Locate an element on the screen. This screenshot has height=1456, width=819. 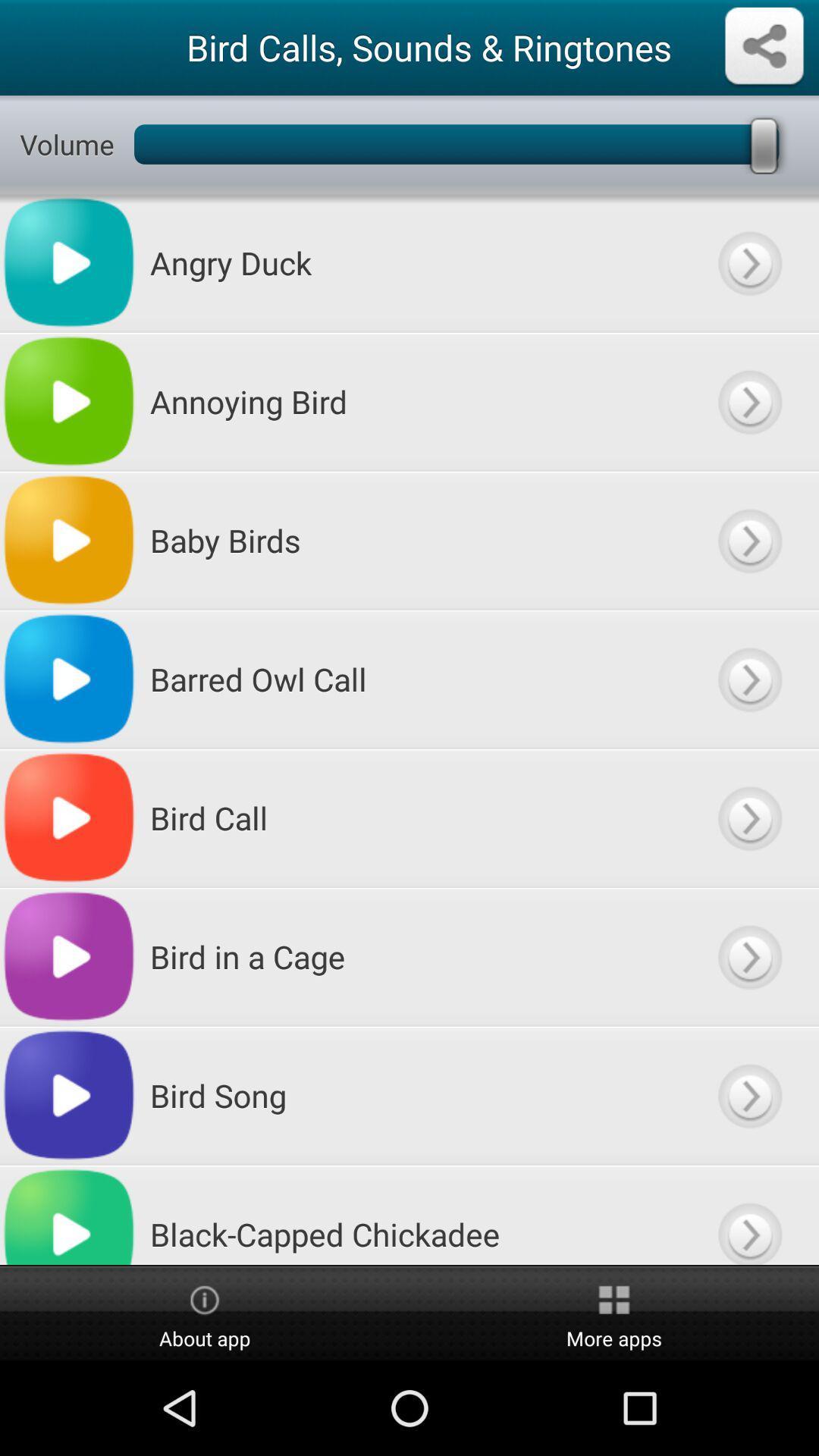
colour page is located at coordinates (748, 678).